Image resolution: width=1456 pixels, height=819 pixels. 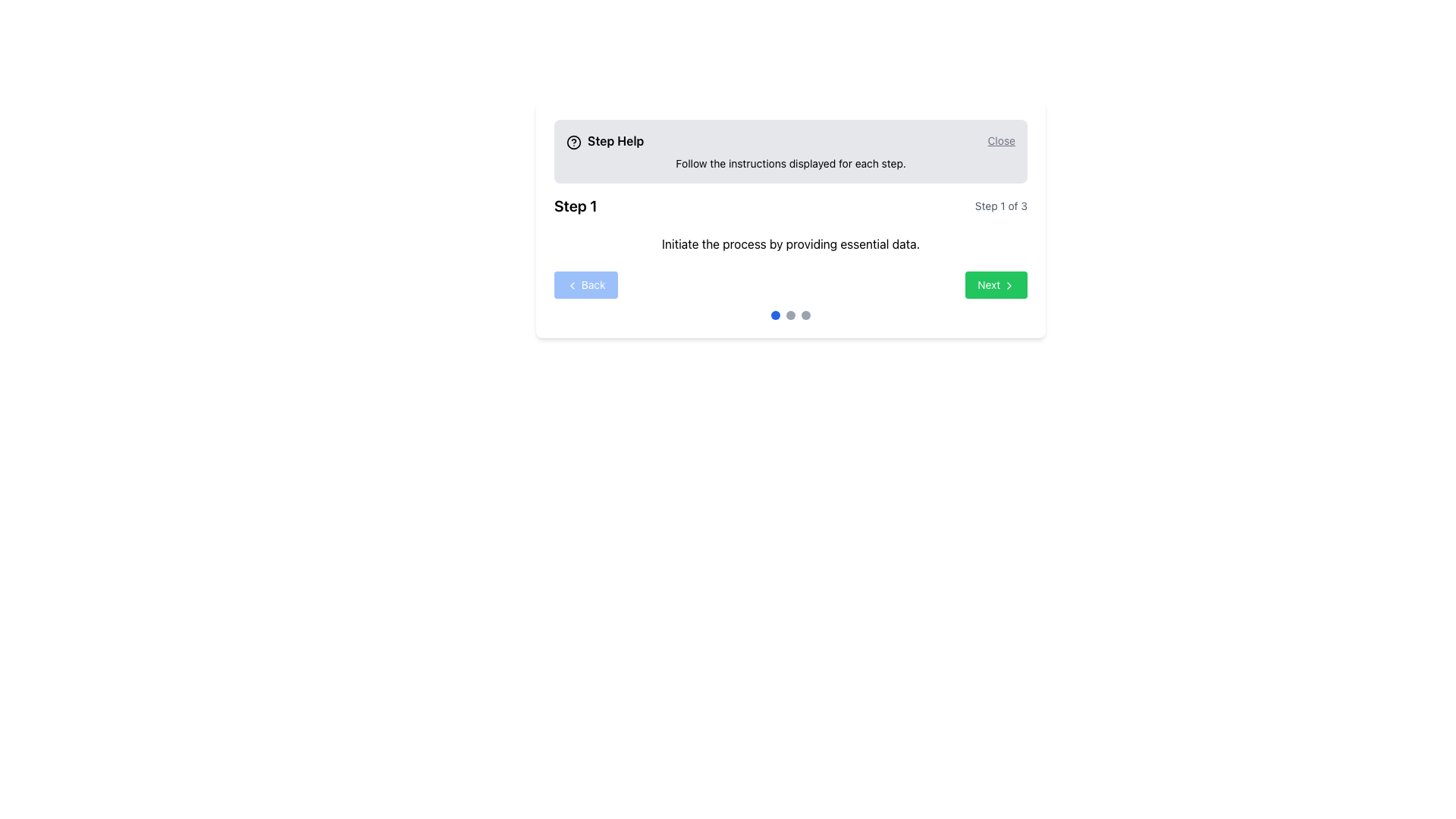 I want to click on the third circular step progress indicator with a gray background located at the bottom center of the modal, so click(x=805, y=315).